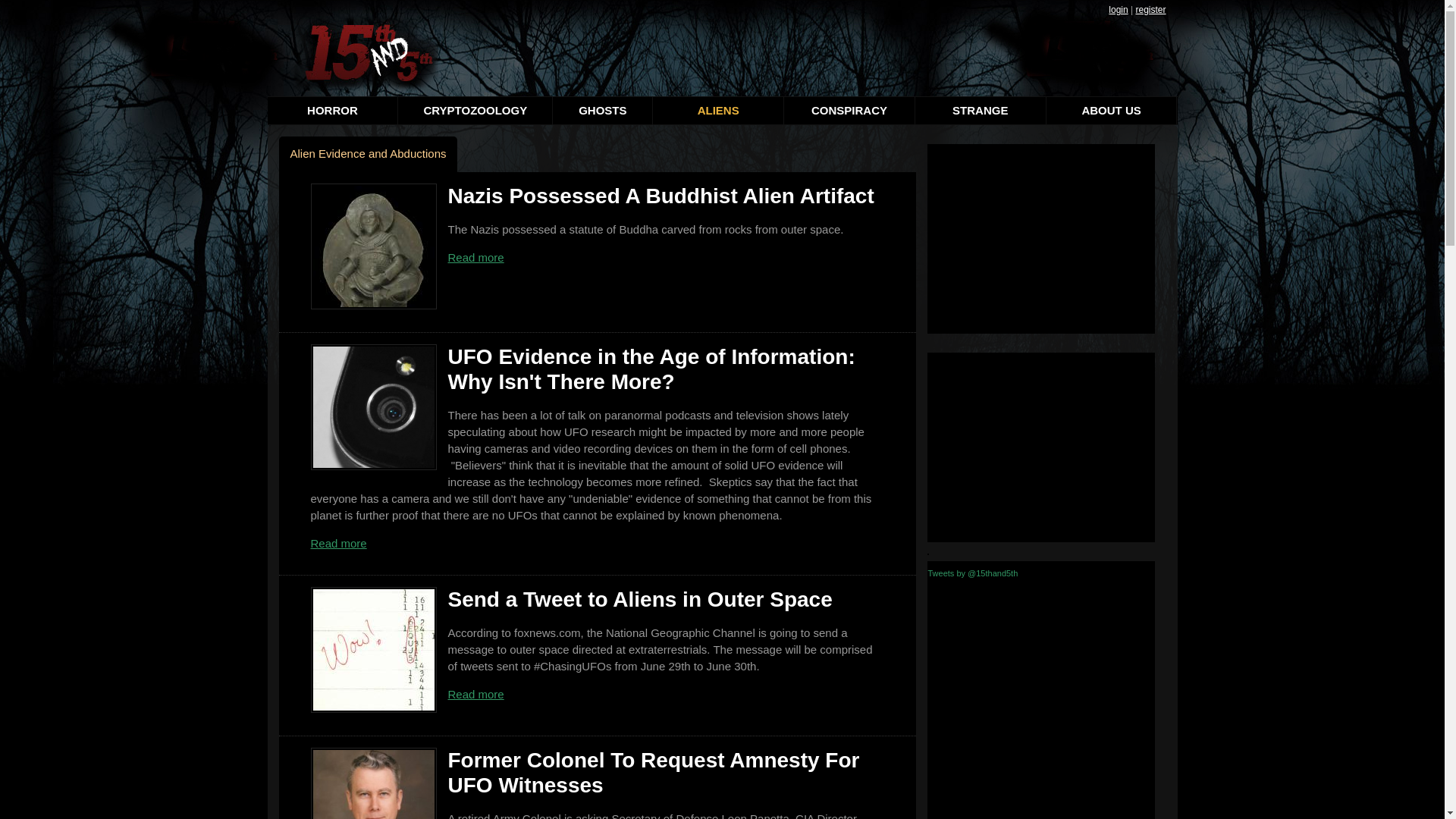  I want to click on 'GHOSTS', so click(602, 110).